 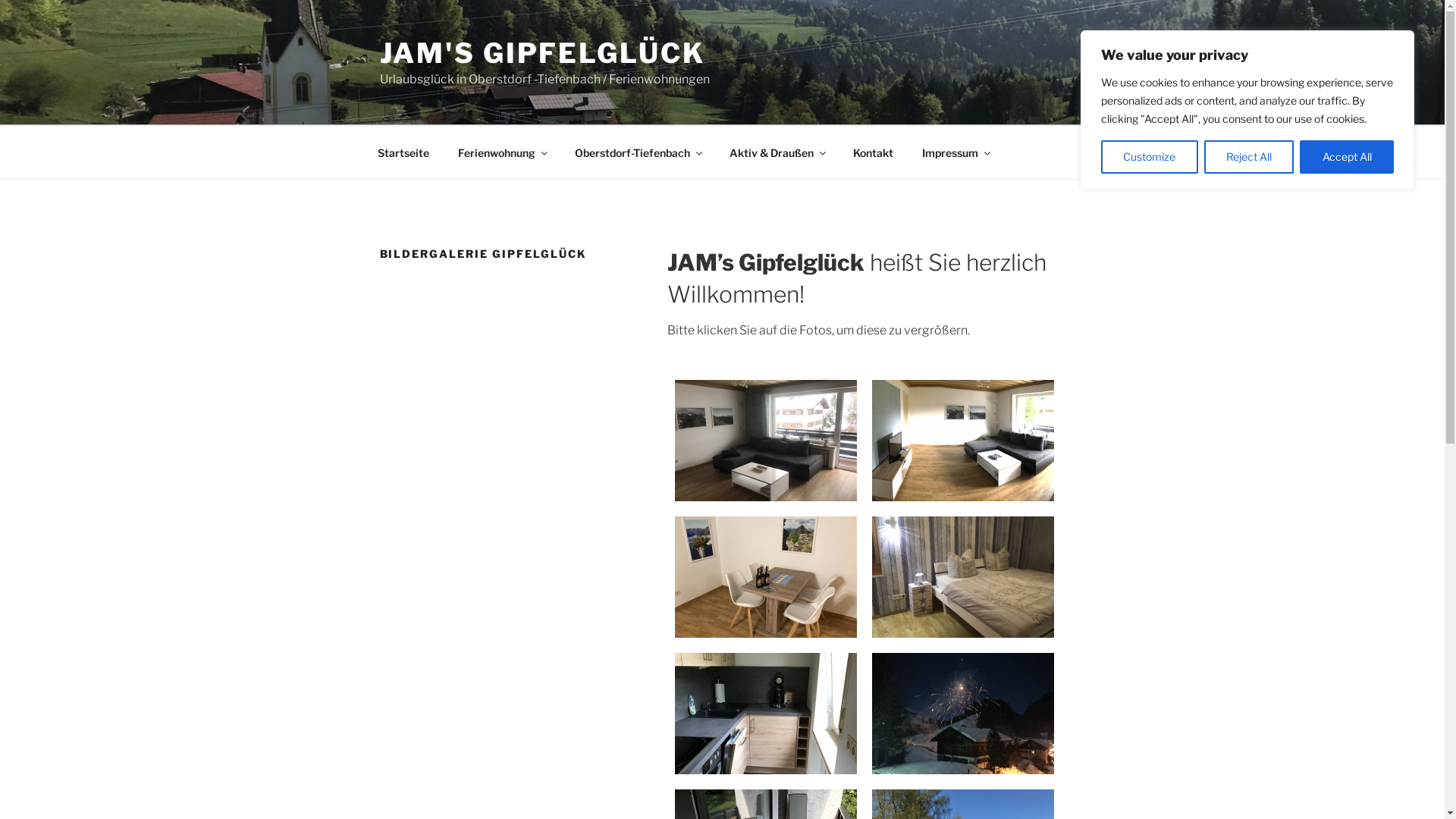 What do you see at coordinates (501, 152) in the screenshot?
I see `'Ferienwohnung'` at bounding box center [501, 152].